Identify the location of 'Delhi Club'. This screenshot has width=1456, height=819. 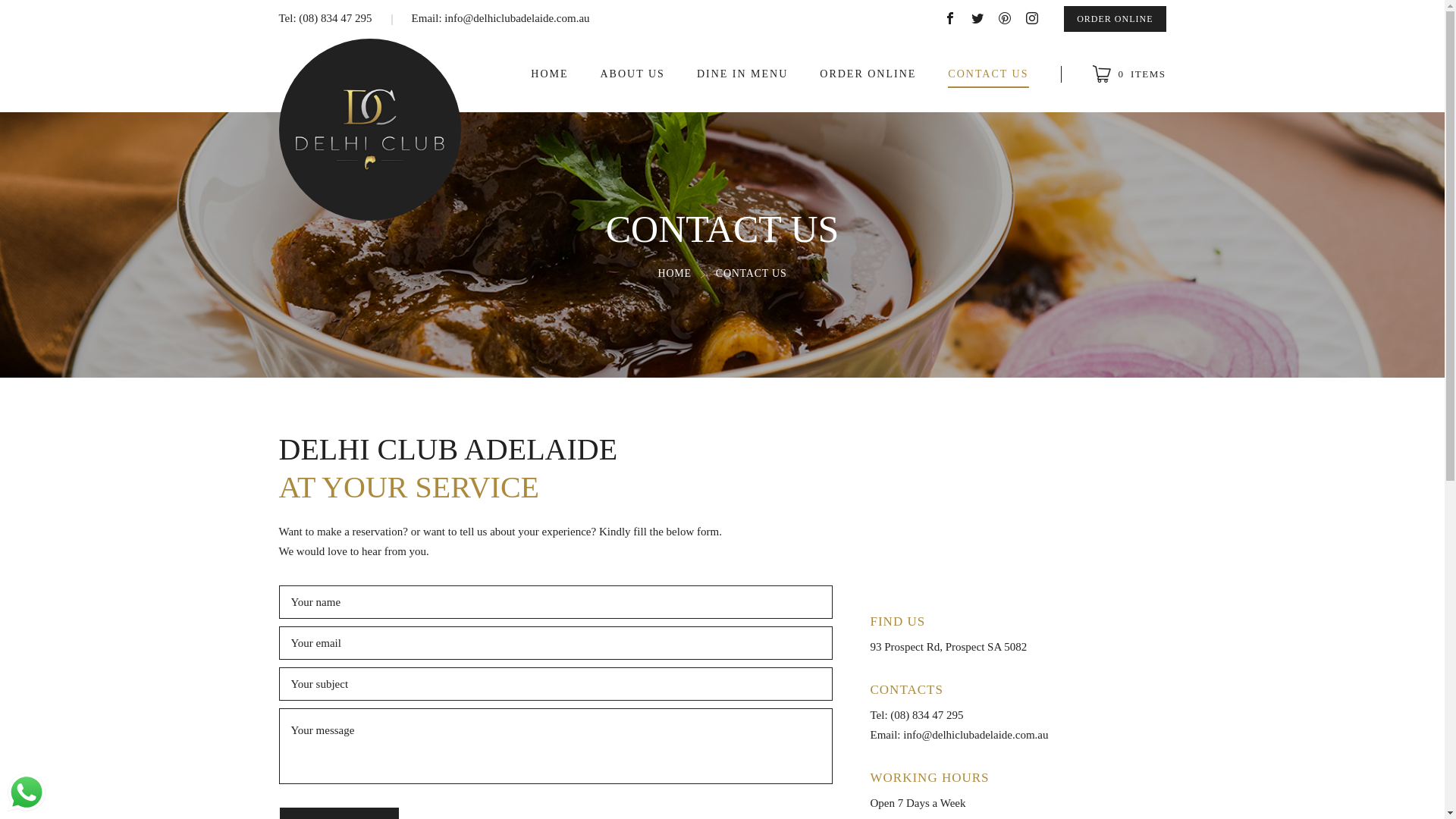
(370, 128).